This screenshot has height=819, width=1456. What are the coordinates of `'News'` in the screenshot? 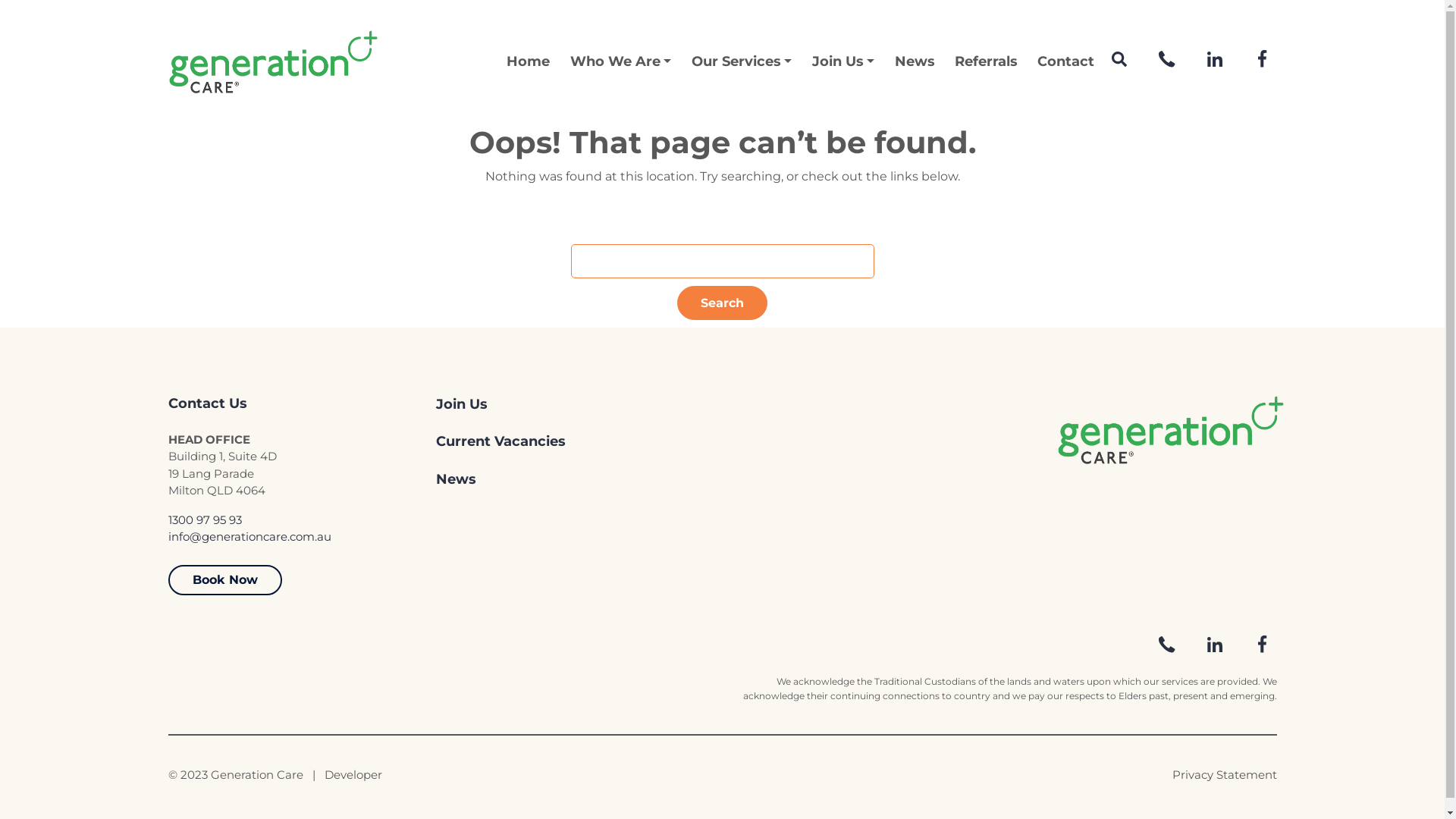 It's located at (913, 61).